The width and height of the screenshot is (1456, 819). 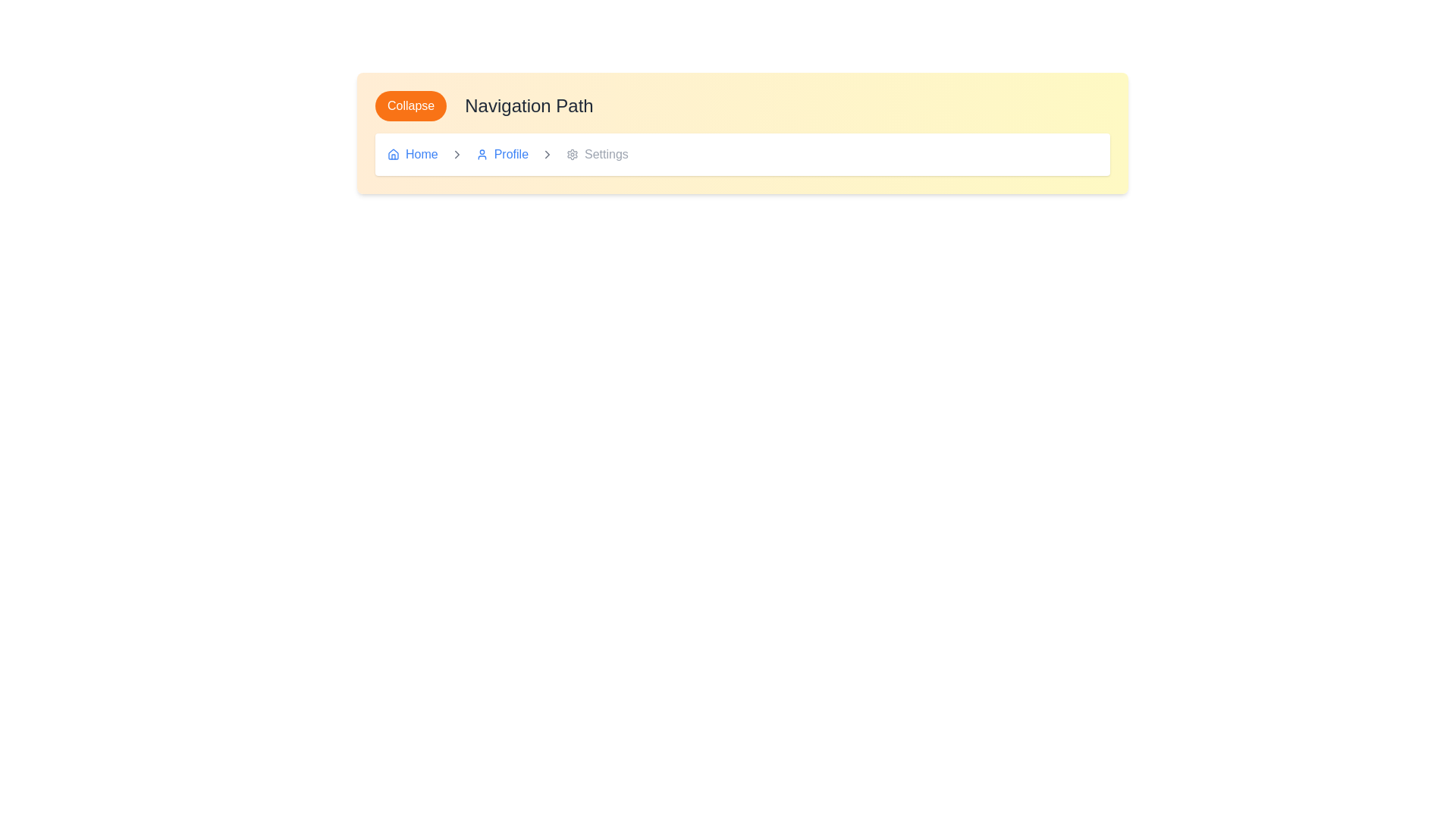 What do you see at coordinates (456, 155) in the screenshot?
I see `the right-facing chevron arrow that serves as a separator in the breadcrumb navigation between 'Profile' and 'Settings'` at bounding box center [456, 155].